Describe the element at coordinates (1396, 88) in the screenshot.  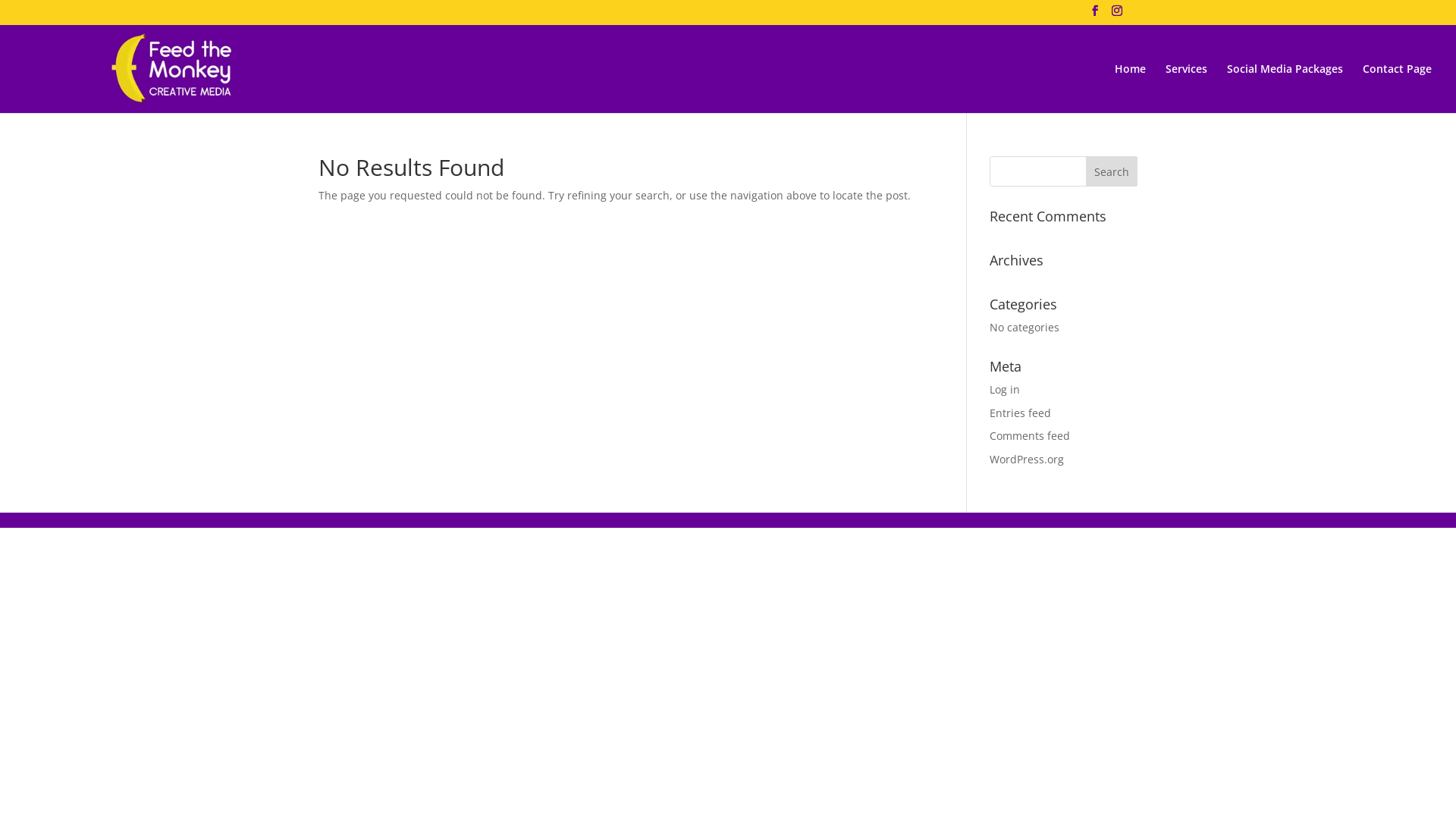
I see `'Contact Page'` at that location.